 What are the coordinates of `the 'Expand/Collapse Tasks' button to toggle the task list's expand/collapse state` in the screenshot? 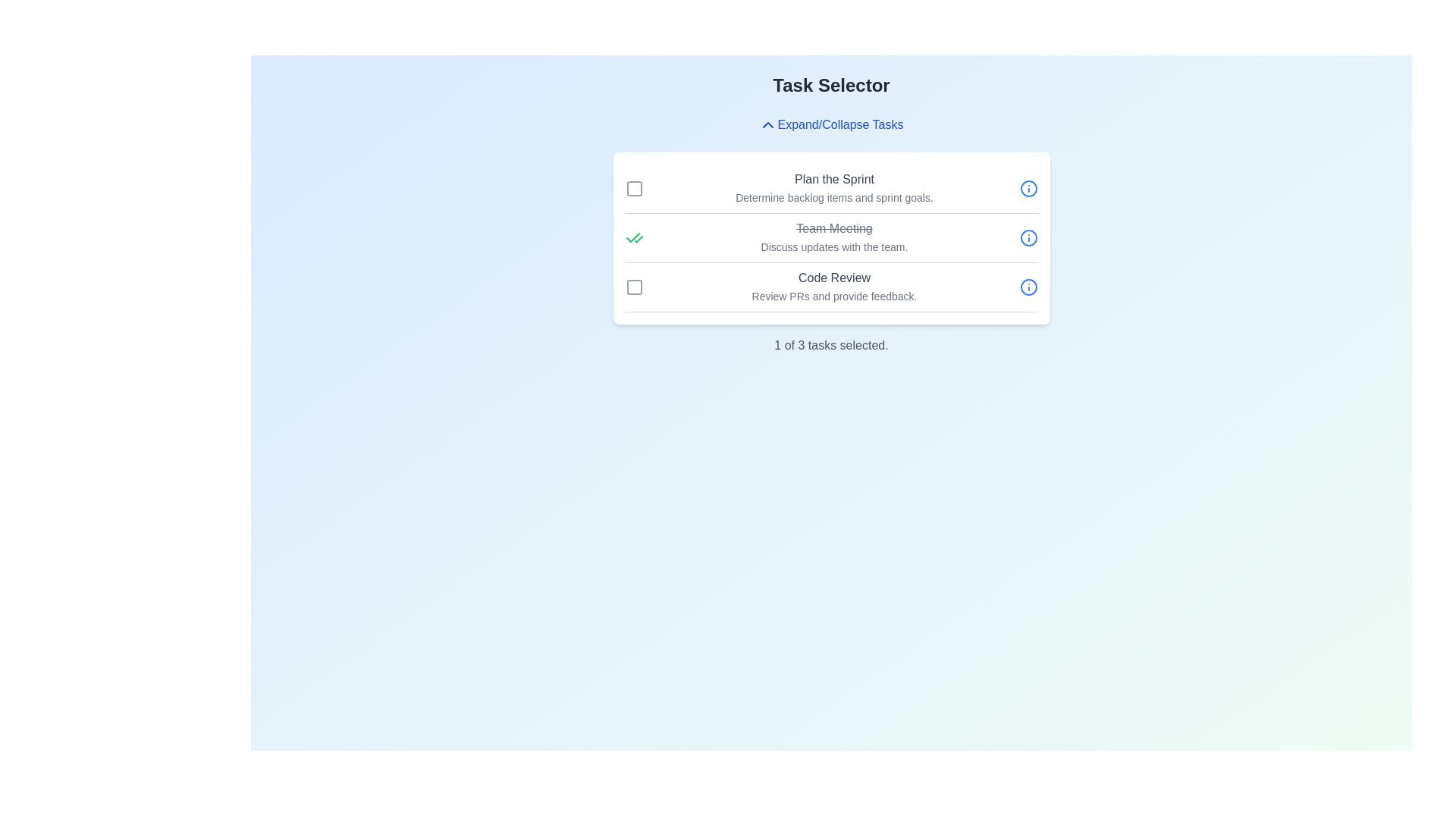 It's located at (830, 124).